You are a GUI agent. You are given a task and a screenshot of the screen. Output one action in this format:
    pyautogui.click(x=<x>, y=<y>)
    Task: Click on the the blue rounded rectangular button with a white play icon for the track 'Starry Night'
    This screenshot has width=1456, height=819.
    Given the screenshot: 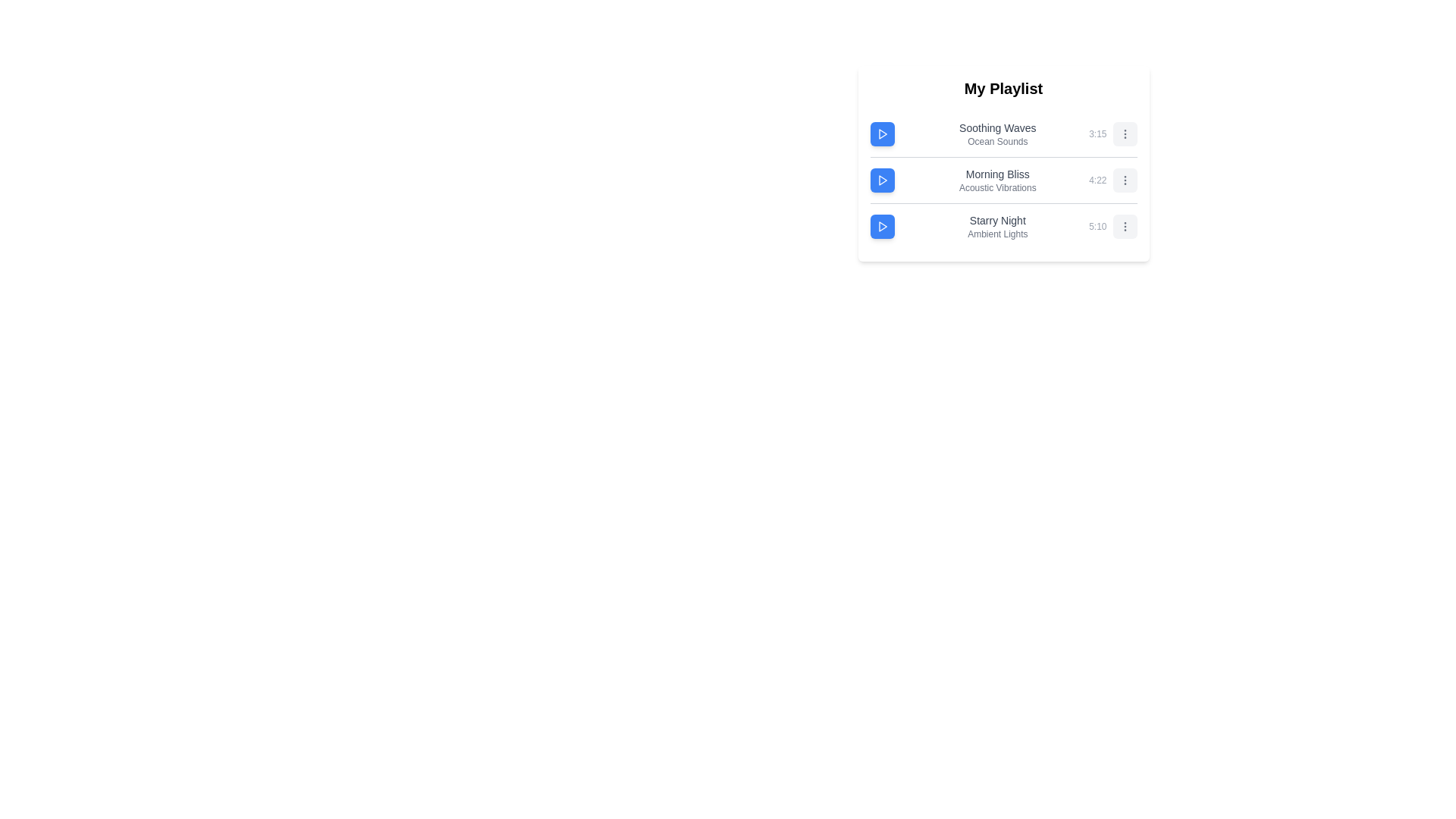 What is the action you would take?
    pyautogui.click(x=882, y=227)
    